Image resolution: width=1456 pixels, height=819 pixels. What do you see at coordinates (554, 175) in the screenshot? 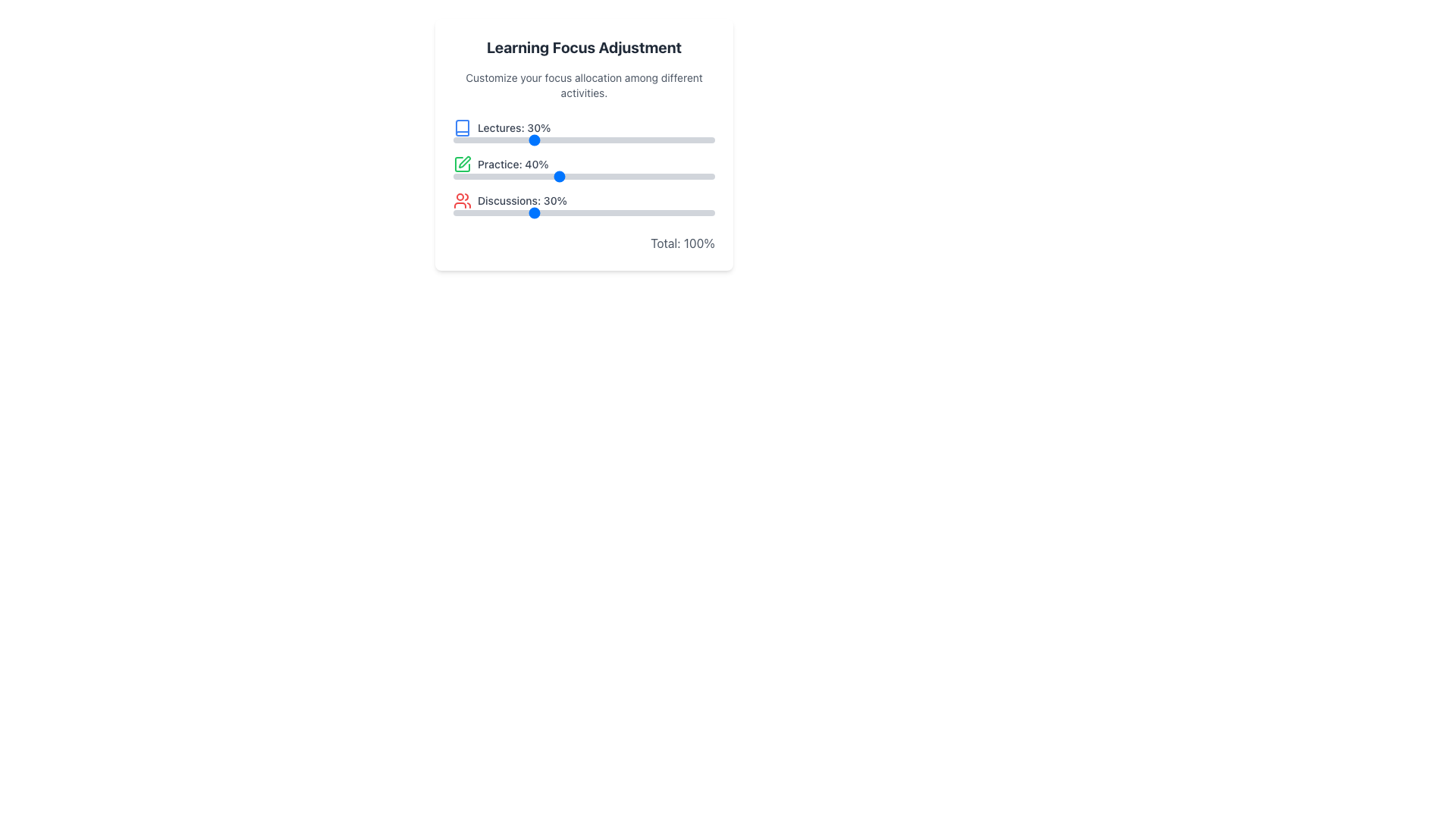
I see `the 'Practice' slider` at bounding box center [554, 175].